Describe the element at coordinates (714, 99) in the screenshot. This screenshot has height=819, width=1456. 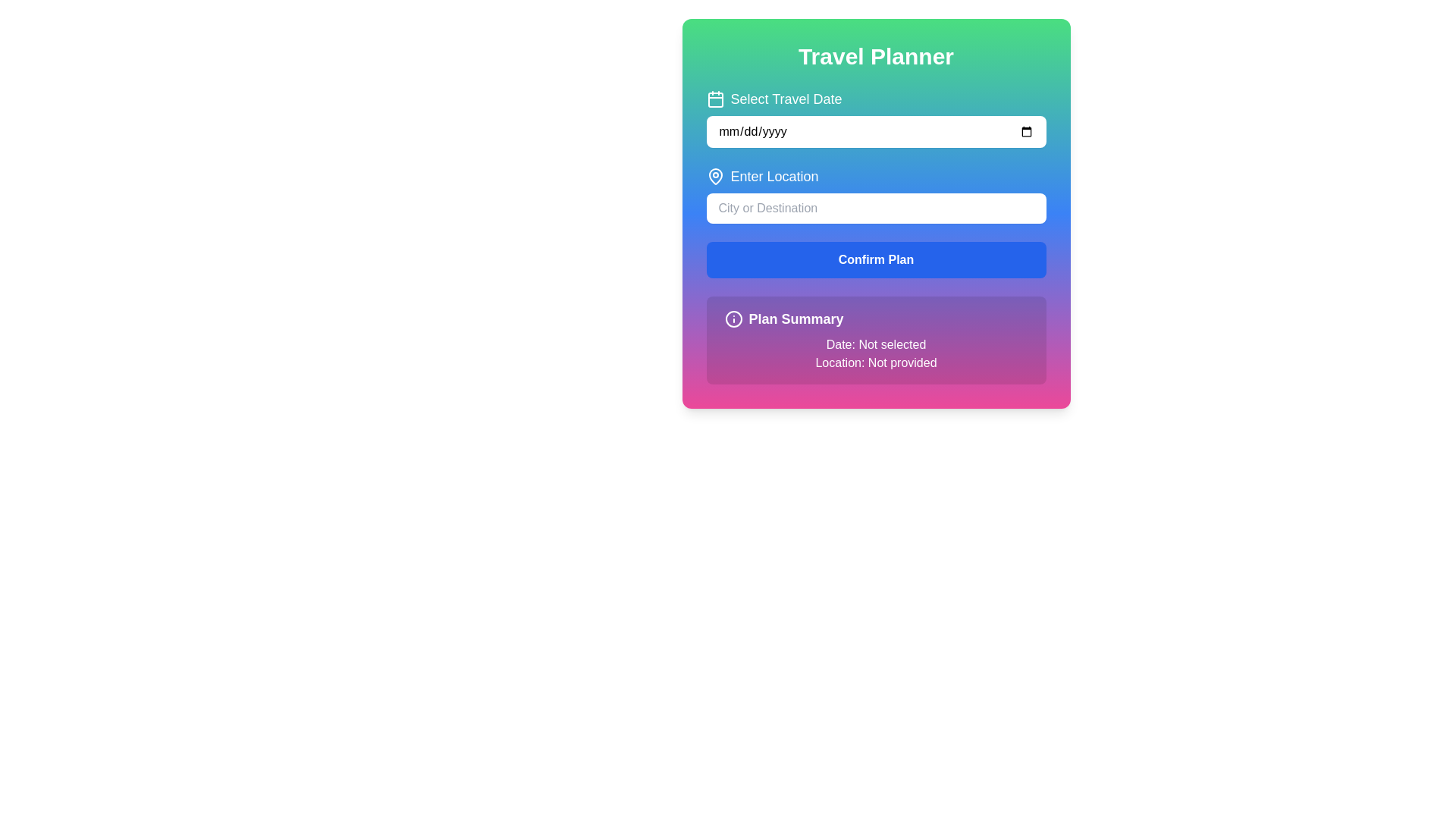
I see `the decorative component of the calendar icon located at the top left of the 'Select Travel Date' section within the travel planner interface` at that location.